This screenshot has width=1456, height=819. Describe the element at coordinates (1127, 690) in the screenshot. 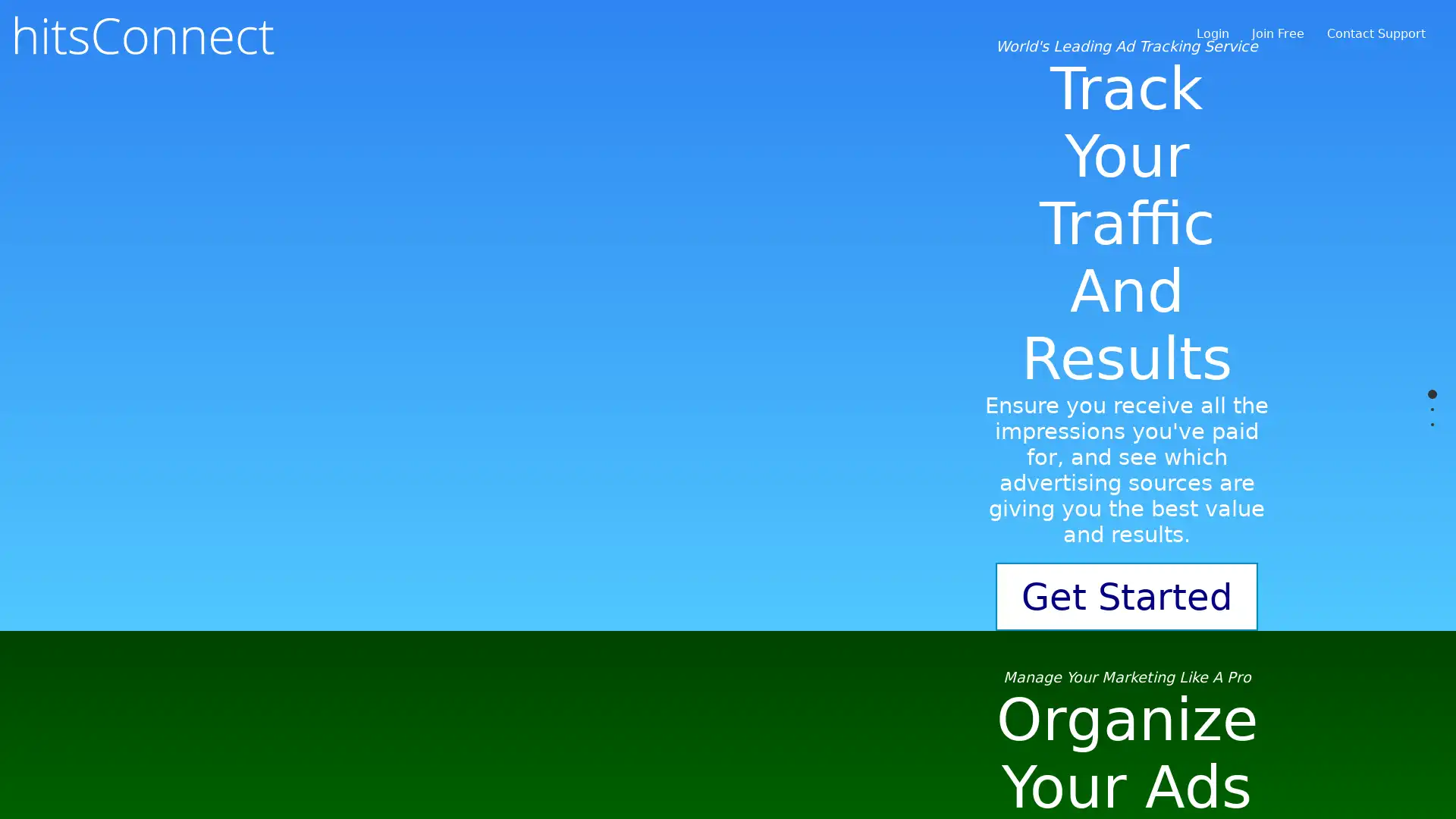

I see `Get Started` at that location.